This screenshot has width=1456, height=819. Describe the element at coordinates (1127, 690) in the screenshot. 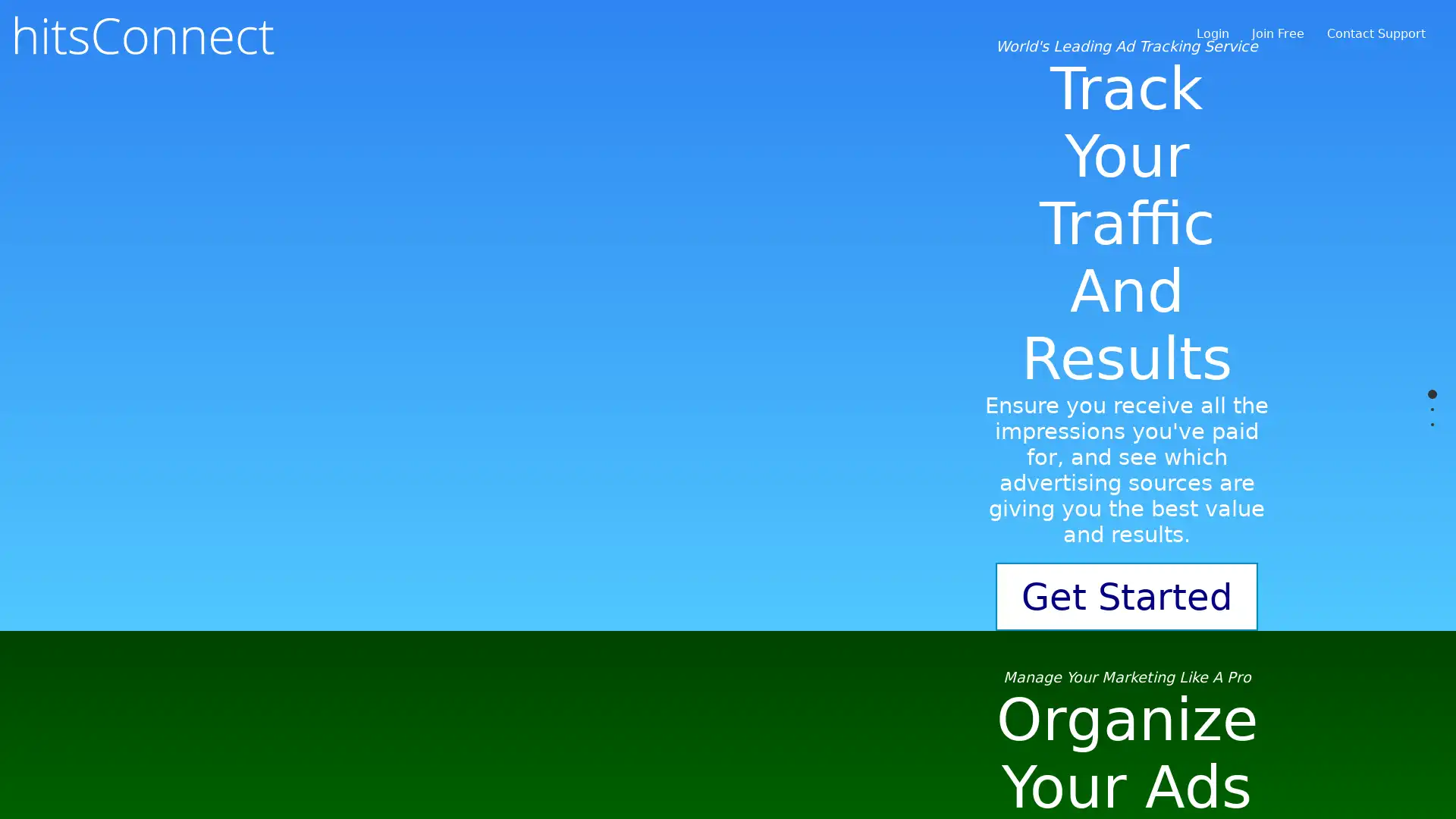

I see `Get Started` at that location.